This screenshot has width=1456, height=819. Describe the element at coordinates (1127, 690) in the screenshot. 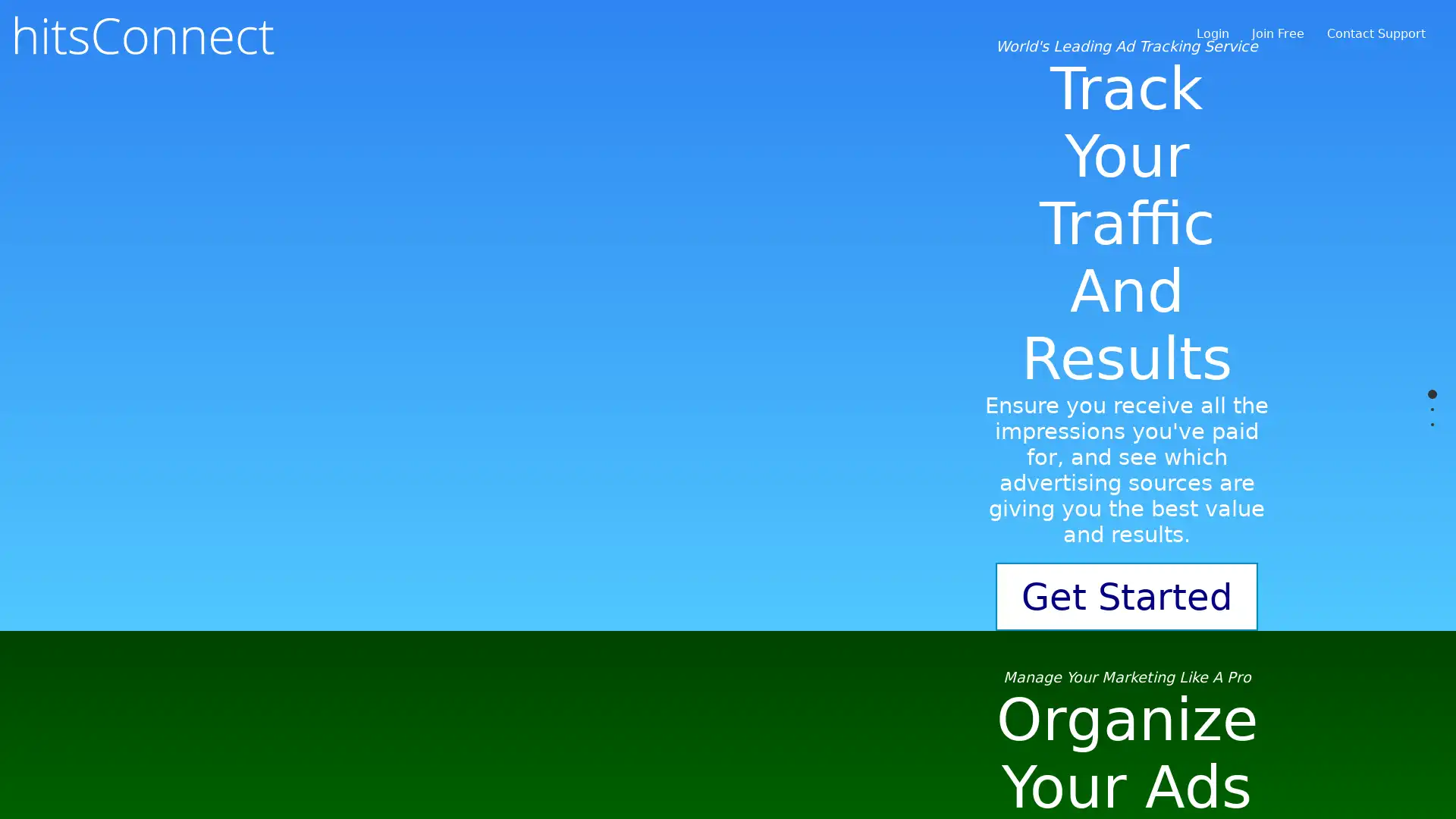

I see `Get Started` at that location.